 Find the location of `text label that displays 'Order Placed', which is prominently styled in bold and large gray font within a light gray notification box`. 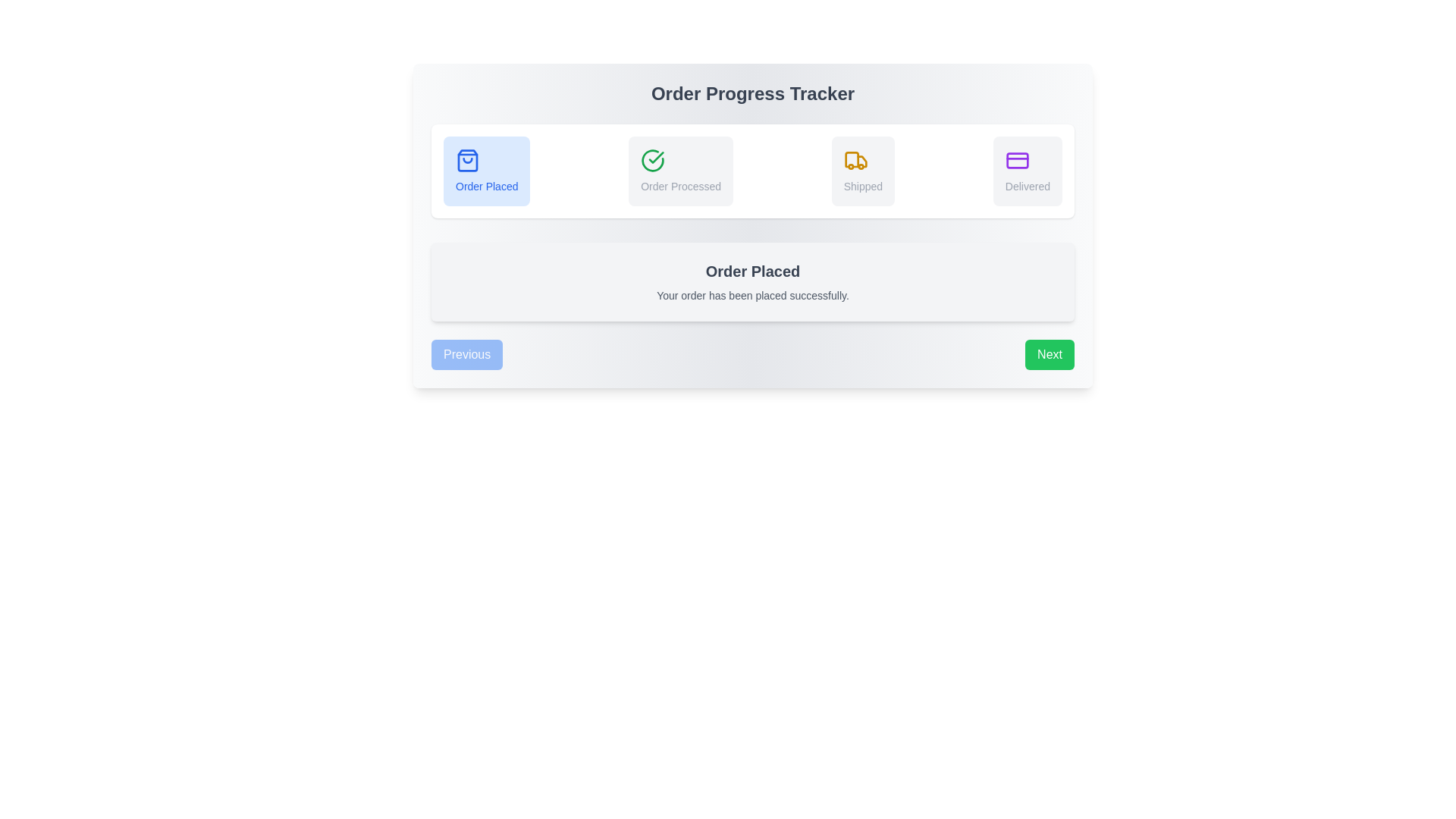

text label that displays 'Order Placed', which is prominently styled in bold and large gray font within a light gray notification box is located at coordinates (753, 271).